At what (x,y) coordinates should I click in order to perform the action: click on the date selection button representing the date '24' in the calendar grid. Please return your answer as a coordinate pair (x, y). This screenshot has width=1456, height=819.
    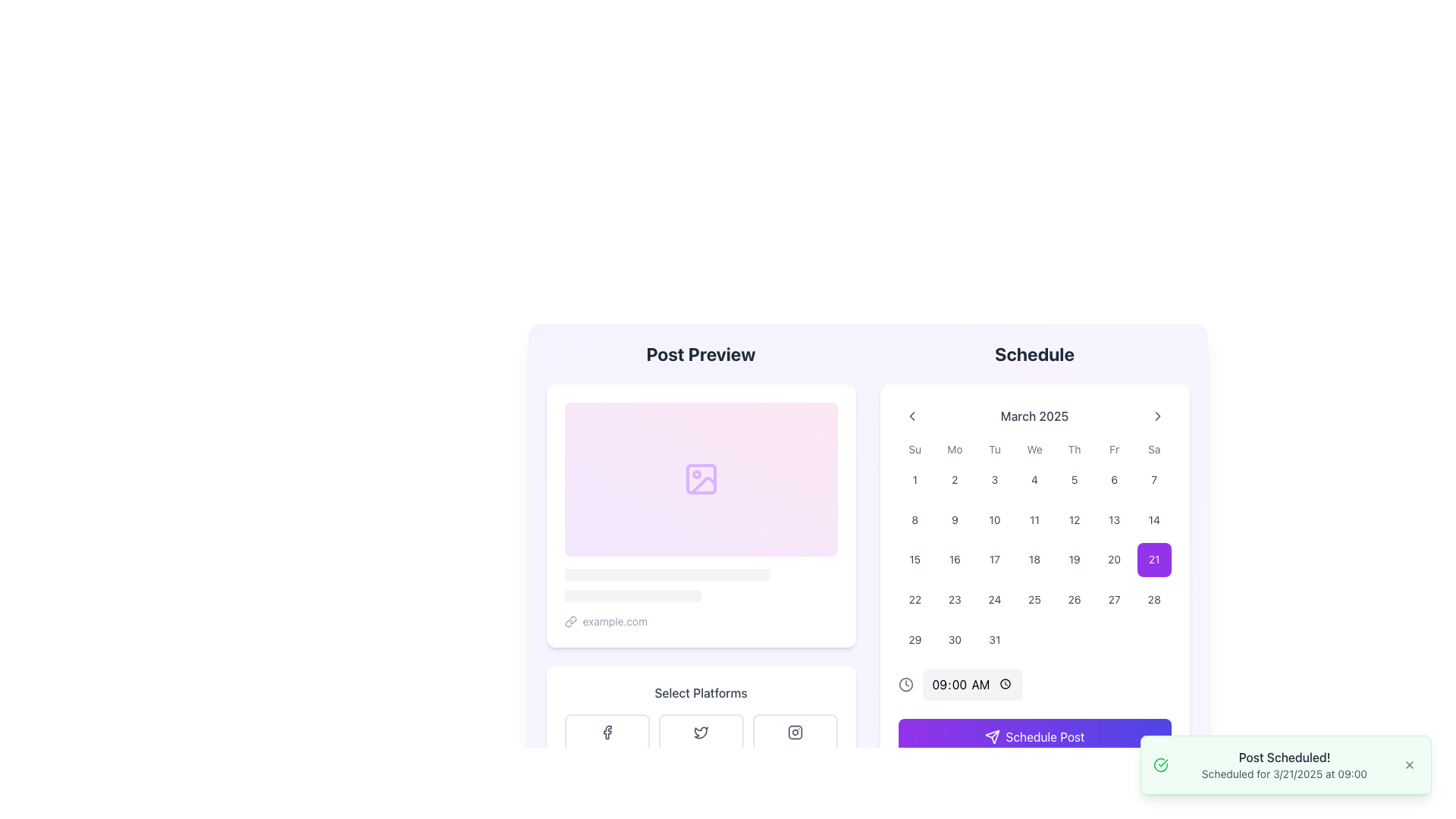
    Looking at the image, I should click on (994, 598).